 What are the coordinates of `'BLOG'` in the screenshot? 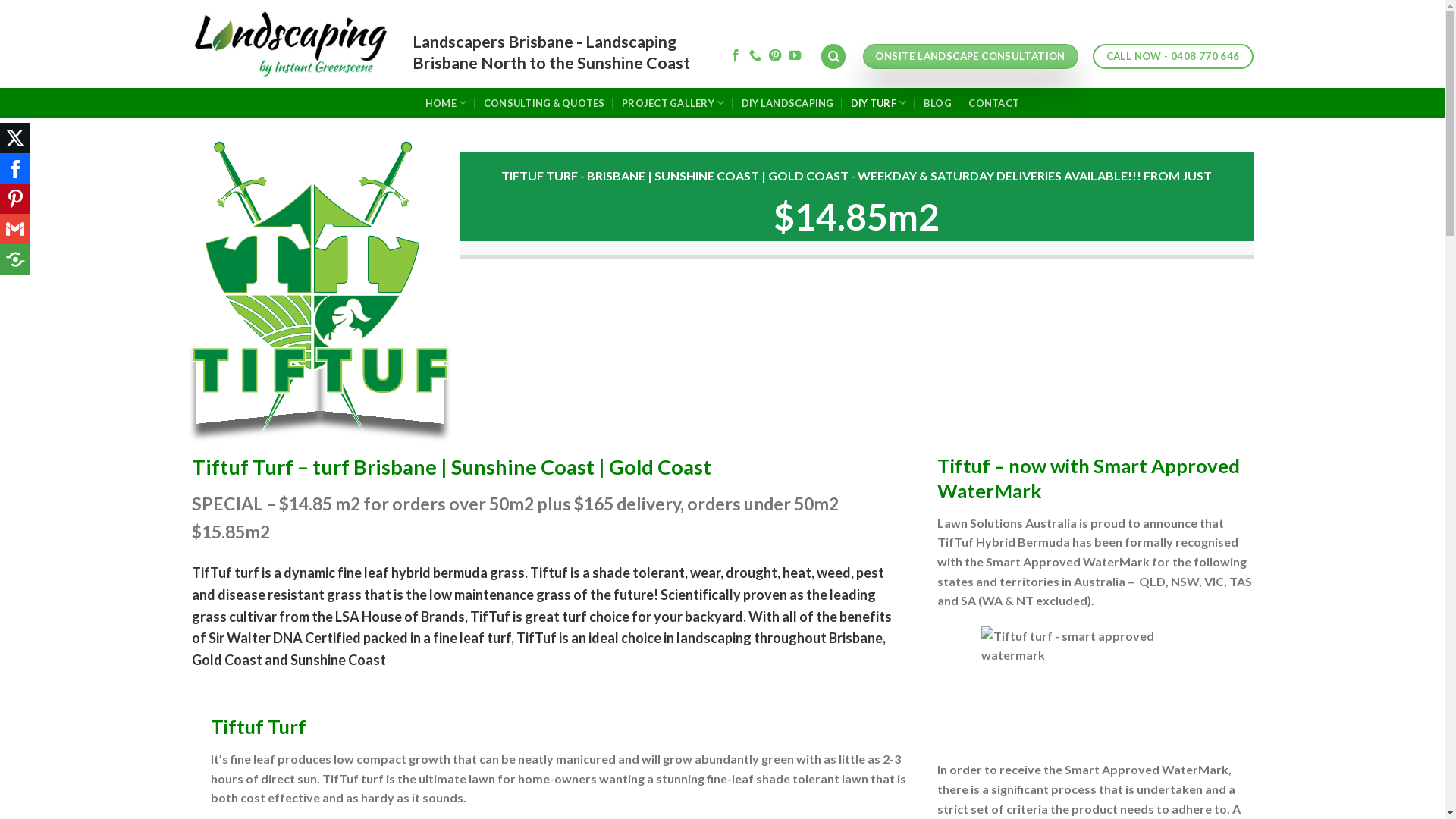 It's located at (937, 102).